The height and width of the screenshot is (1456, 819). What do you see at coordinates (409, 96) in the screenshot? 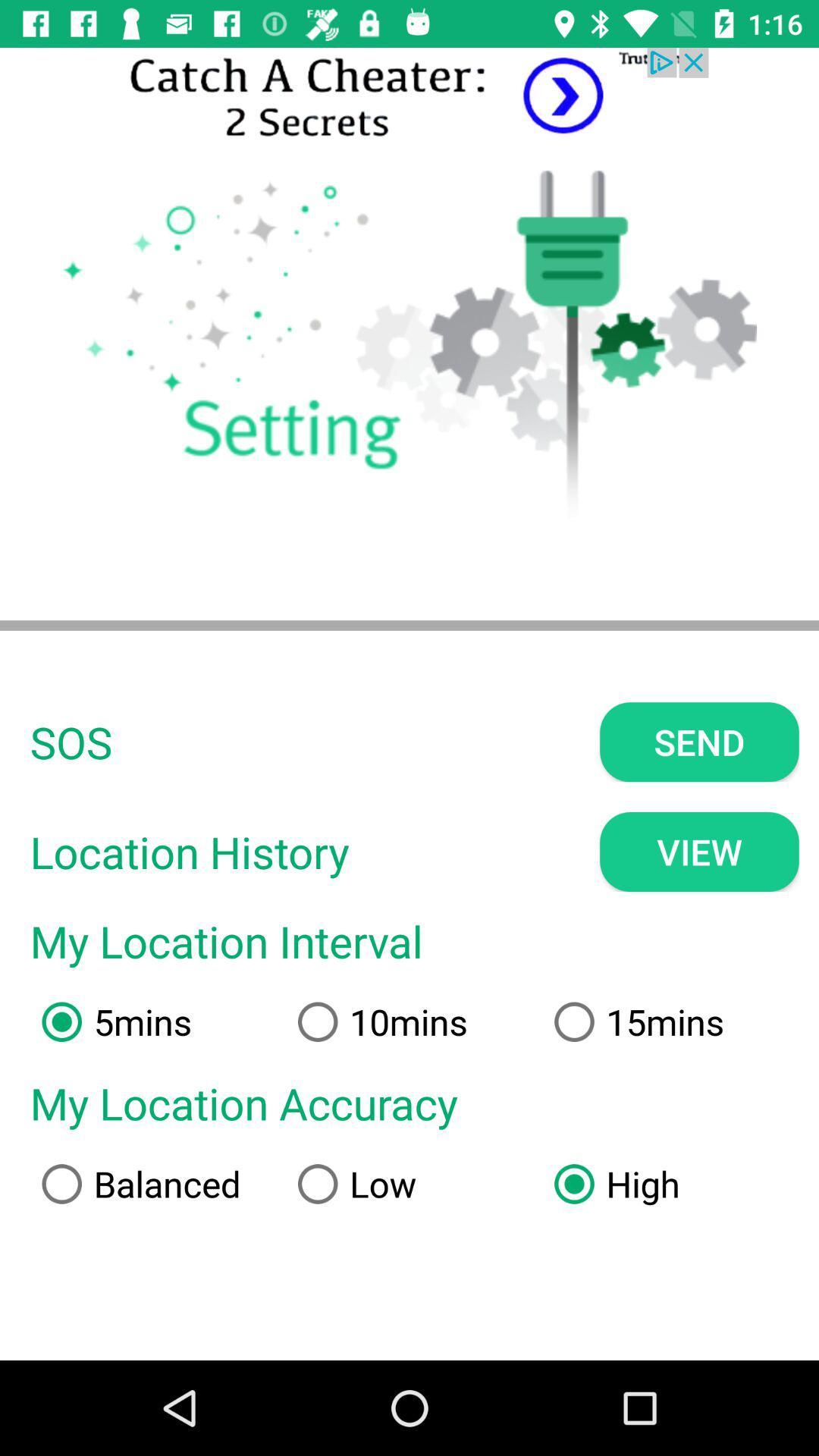
I see `visit sponsor advertisement` at bounding box center [409, 96].